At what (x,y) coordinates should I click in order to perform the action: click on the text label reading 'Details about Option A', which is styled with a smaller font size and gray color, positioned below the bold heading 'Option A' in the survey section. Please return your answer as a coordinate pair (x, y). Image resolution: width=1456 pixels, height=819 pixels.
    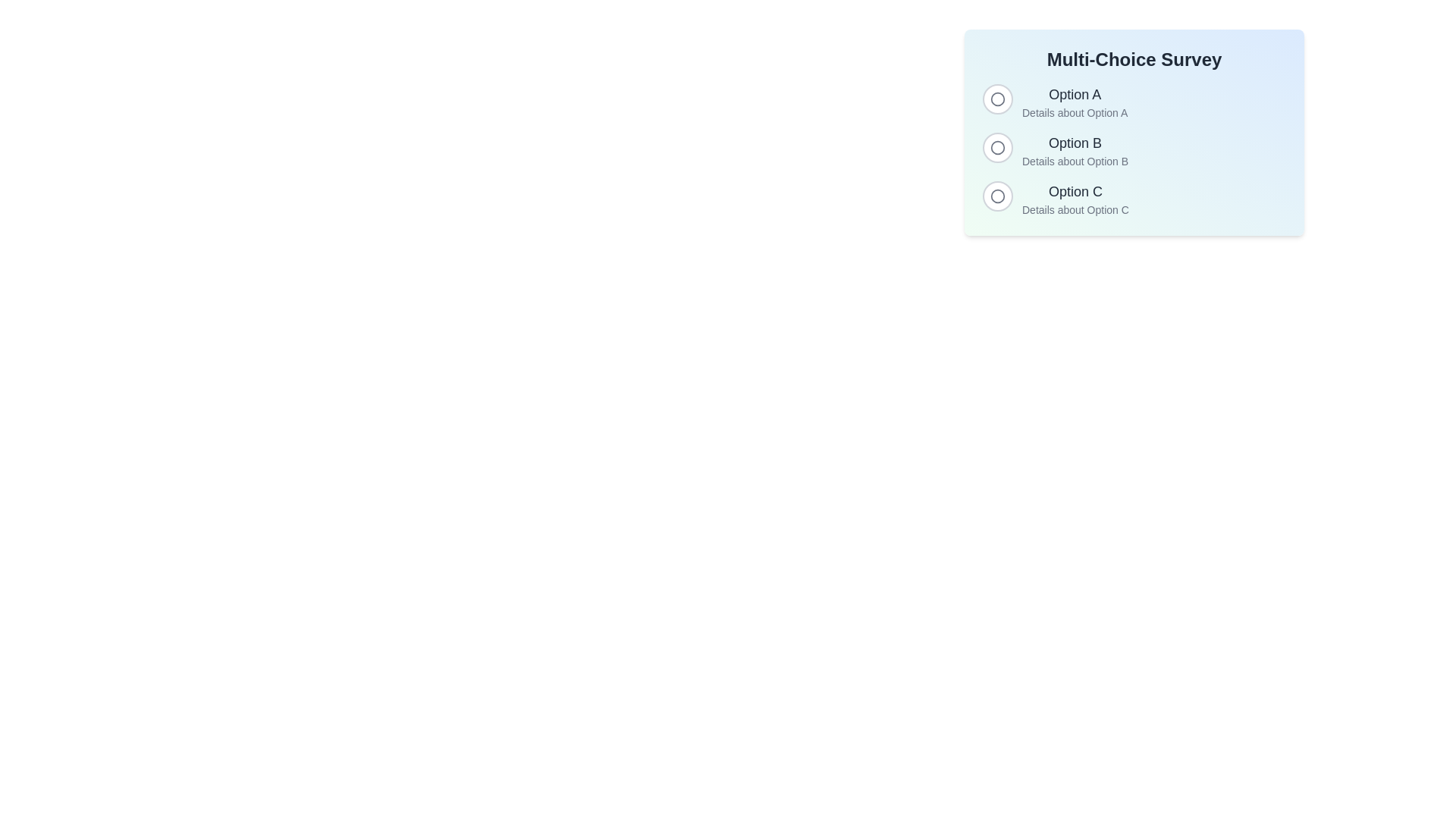
    Looking at the image, I should click on (1074, 112).